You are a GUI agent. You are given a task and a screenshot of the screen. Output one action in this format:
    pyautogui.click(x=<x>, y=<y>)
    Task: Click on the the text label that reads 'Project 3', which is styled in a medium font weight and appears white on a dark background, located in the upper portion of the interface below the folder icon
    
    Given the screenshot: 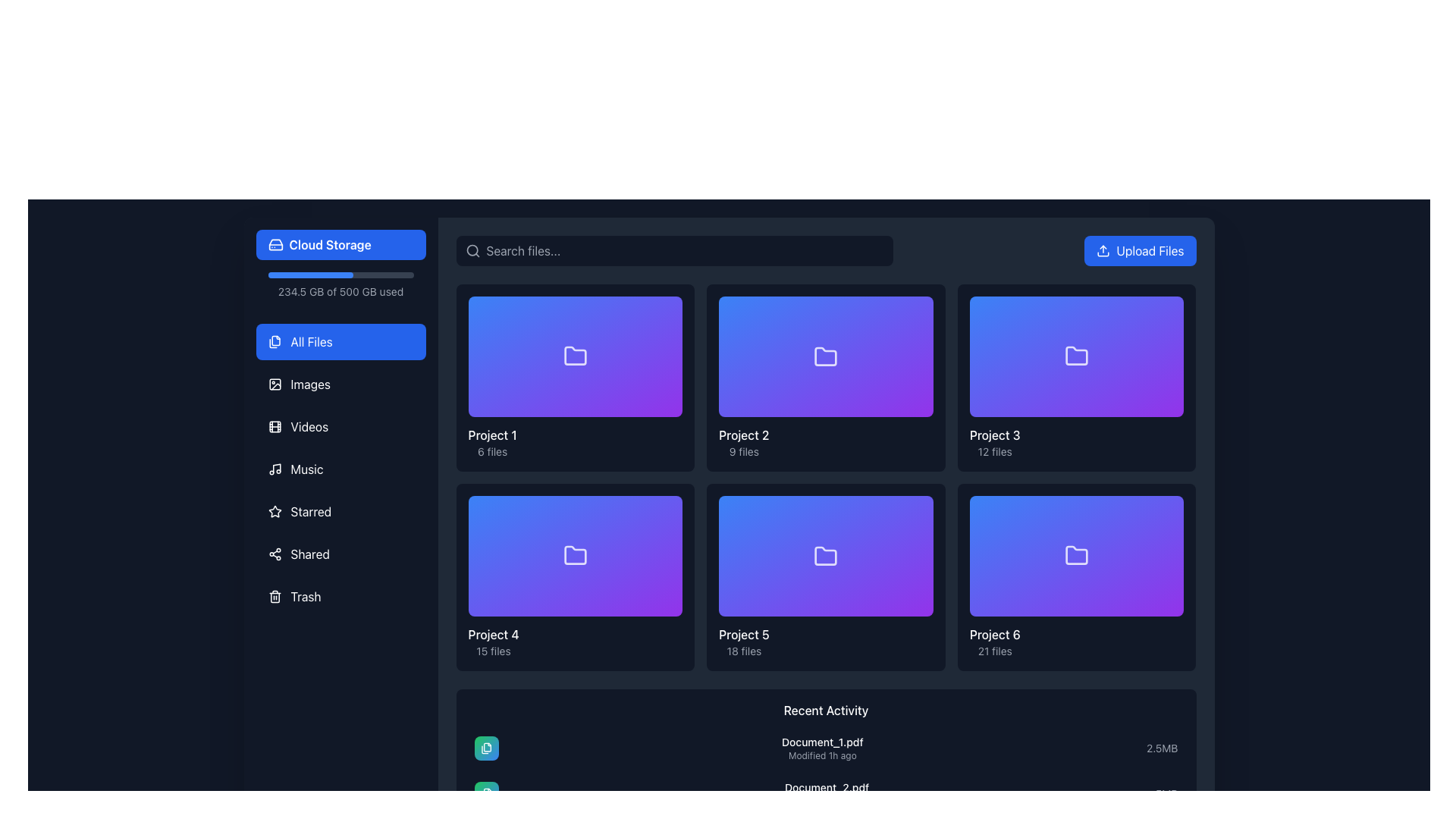 What is the action you would take?
    pyautogui.click(x=995, y=435)
    